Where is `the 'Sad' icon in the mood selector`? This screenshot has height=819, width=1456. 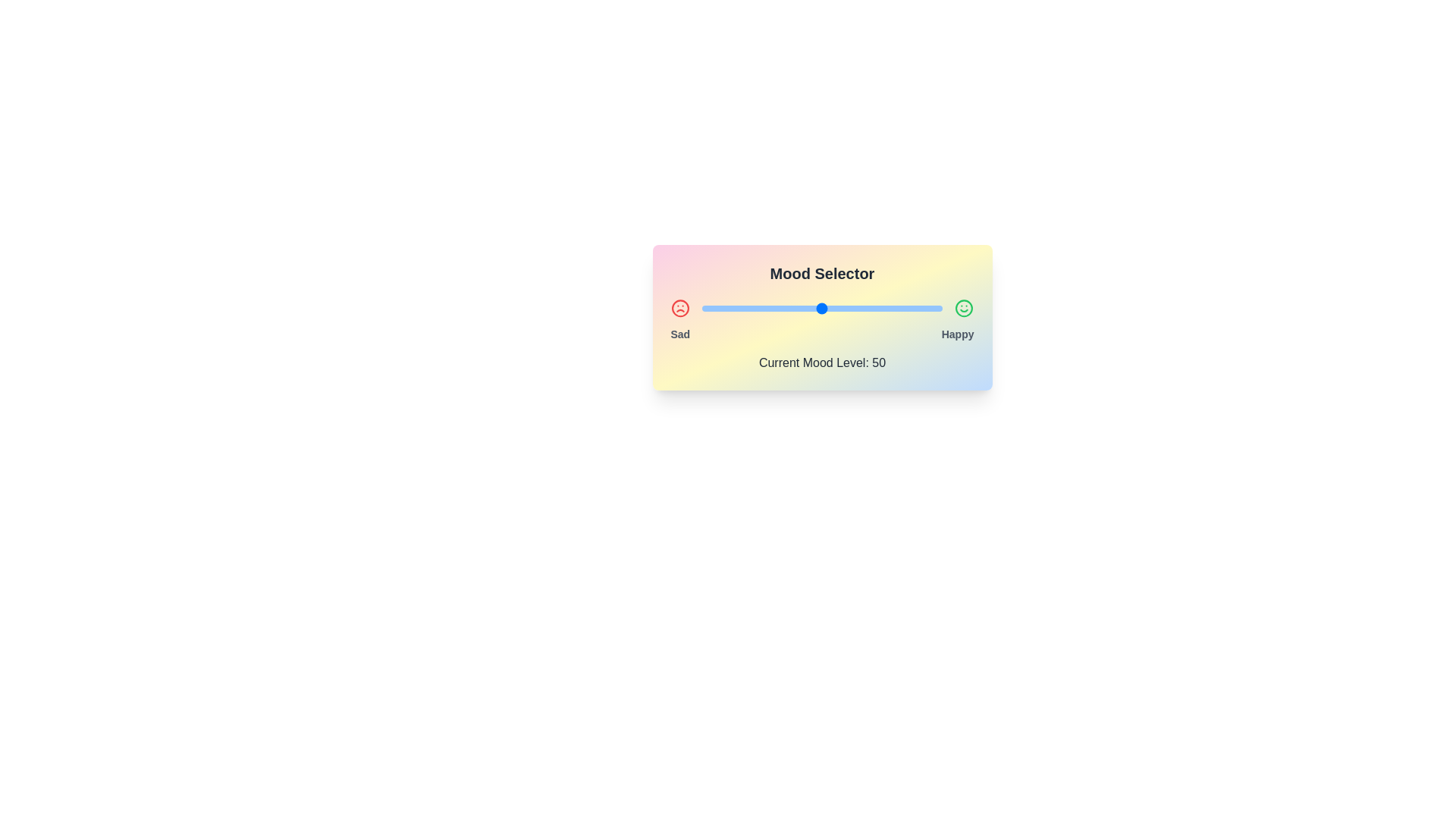
the 'Sad' icon in the mood selector is located at coordinates (679, 308).